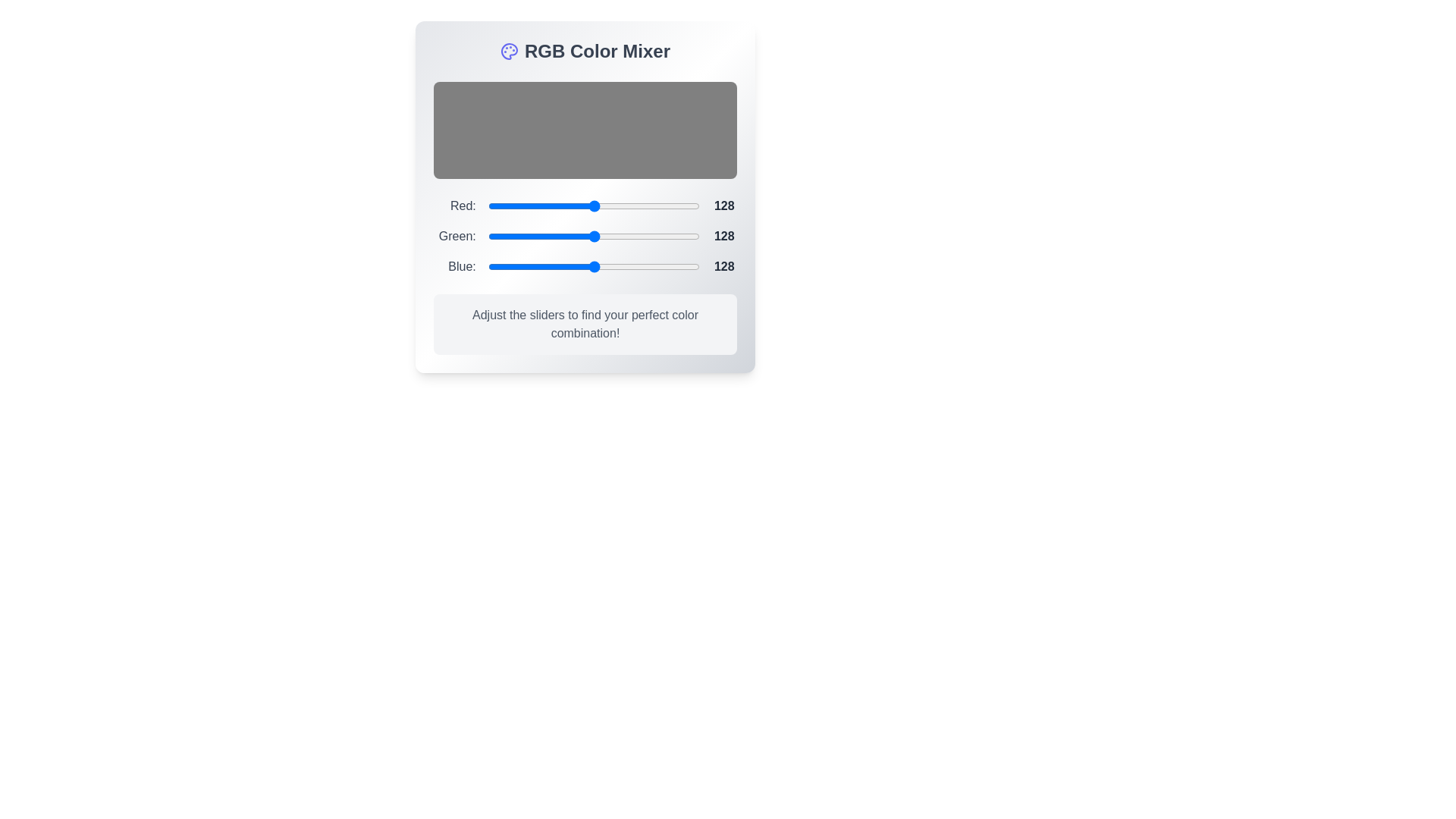 The width and height of the screenshot is (1456, 819). Describe the element at coordinates (538, 237) in the screenshot. I see `the 1 slider to 61` at that location.